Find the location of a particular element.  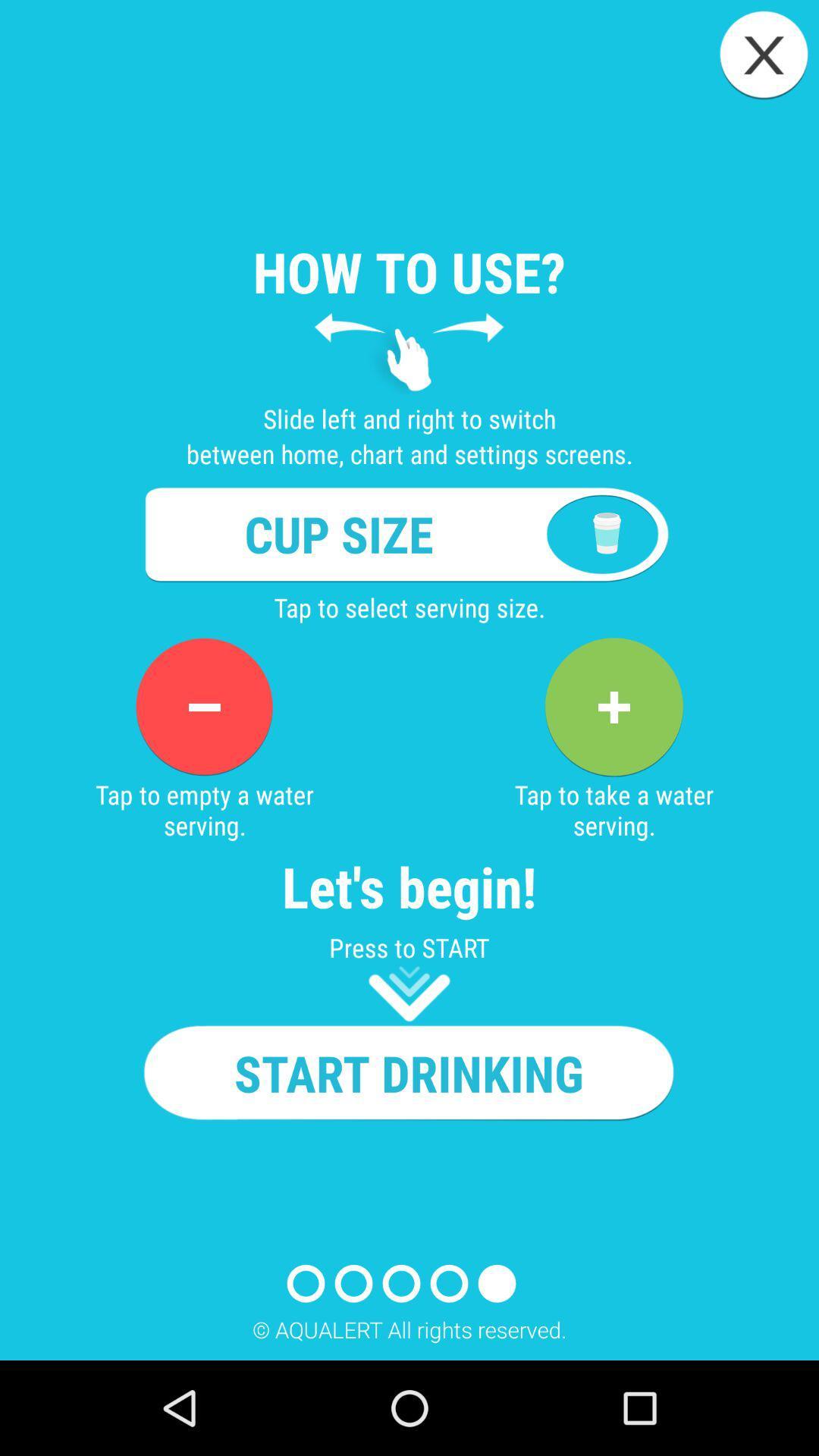

tap to less is located at coordinates (203, 706).